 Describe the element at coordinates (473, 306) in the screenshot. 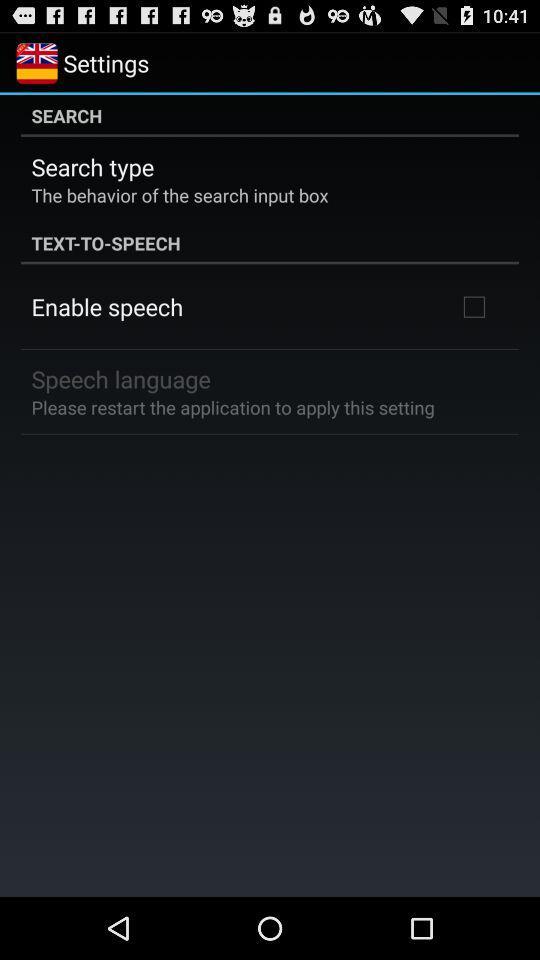

I see `icon below the text-to-speech app` at that location.